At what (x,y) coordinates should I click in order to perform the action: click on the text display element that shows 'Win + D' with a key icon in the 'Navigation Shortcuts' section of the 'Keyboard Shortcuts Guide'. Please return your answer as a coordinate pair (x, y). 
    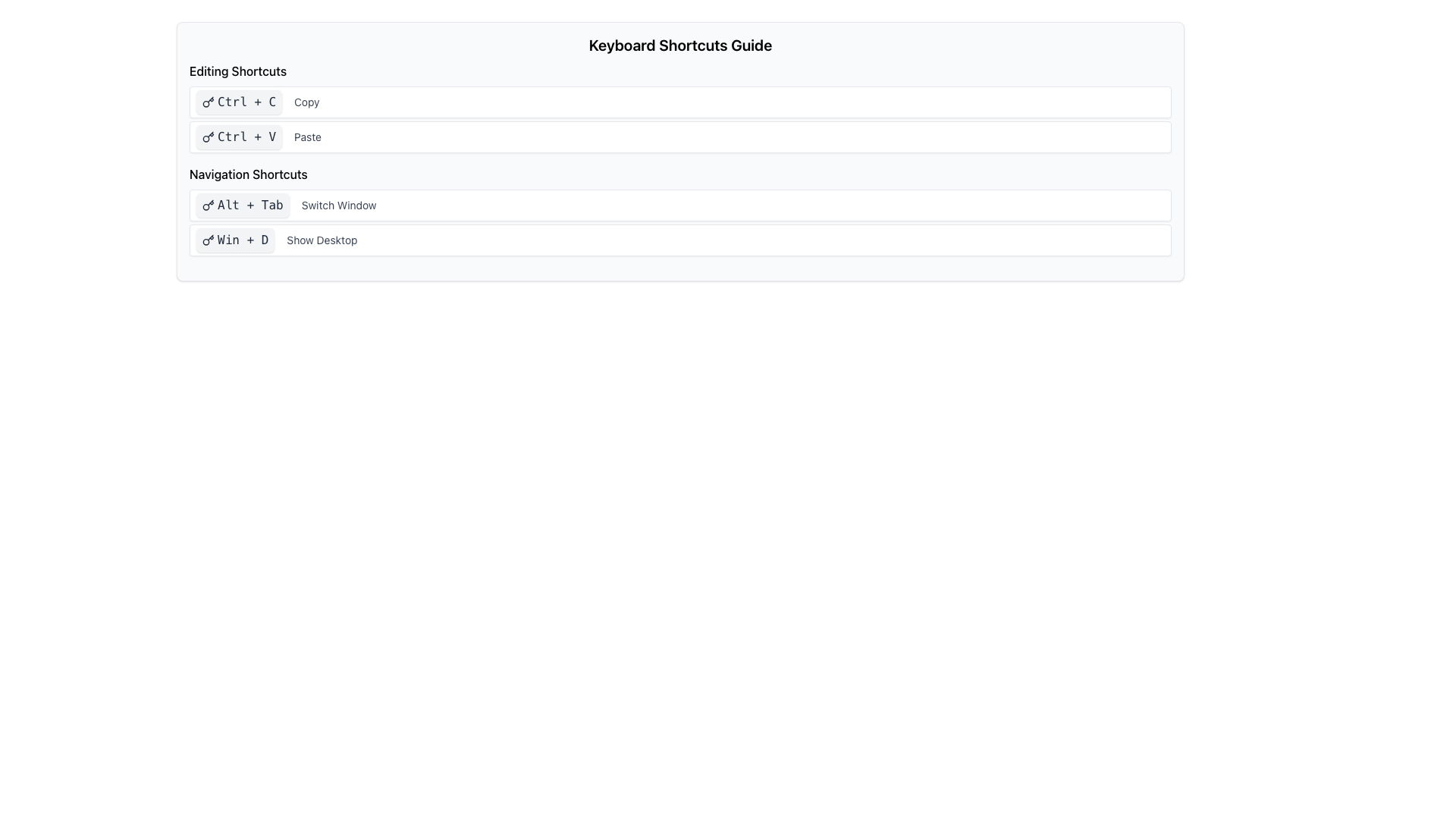
    Looking at the image, I should click on (234, 239).